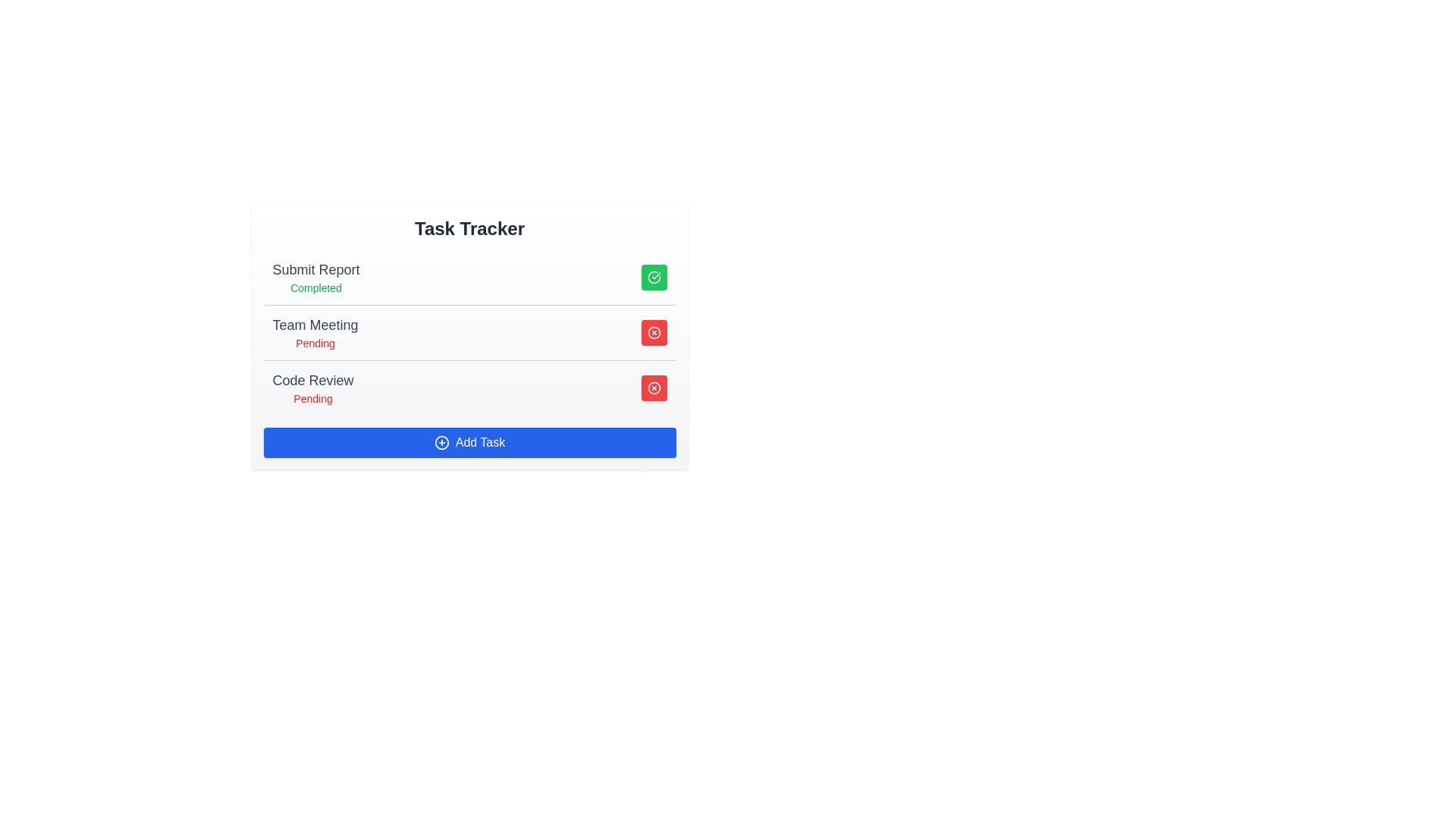 This screenshot has width=1456, height=819. Describe the element at coordinates (312, 397) in the screenshot. I see `the text label displaying 'Pending' in red color, located in the third row of the task list below the 'Code Review' title` at that location.